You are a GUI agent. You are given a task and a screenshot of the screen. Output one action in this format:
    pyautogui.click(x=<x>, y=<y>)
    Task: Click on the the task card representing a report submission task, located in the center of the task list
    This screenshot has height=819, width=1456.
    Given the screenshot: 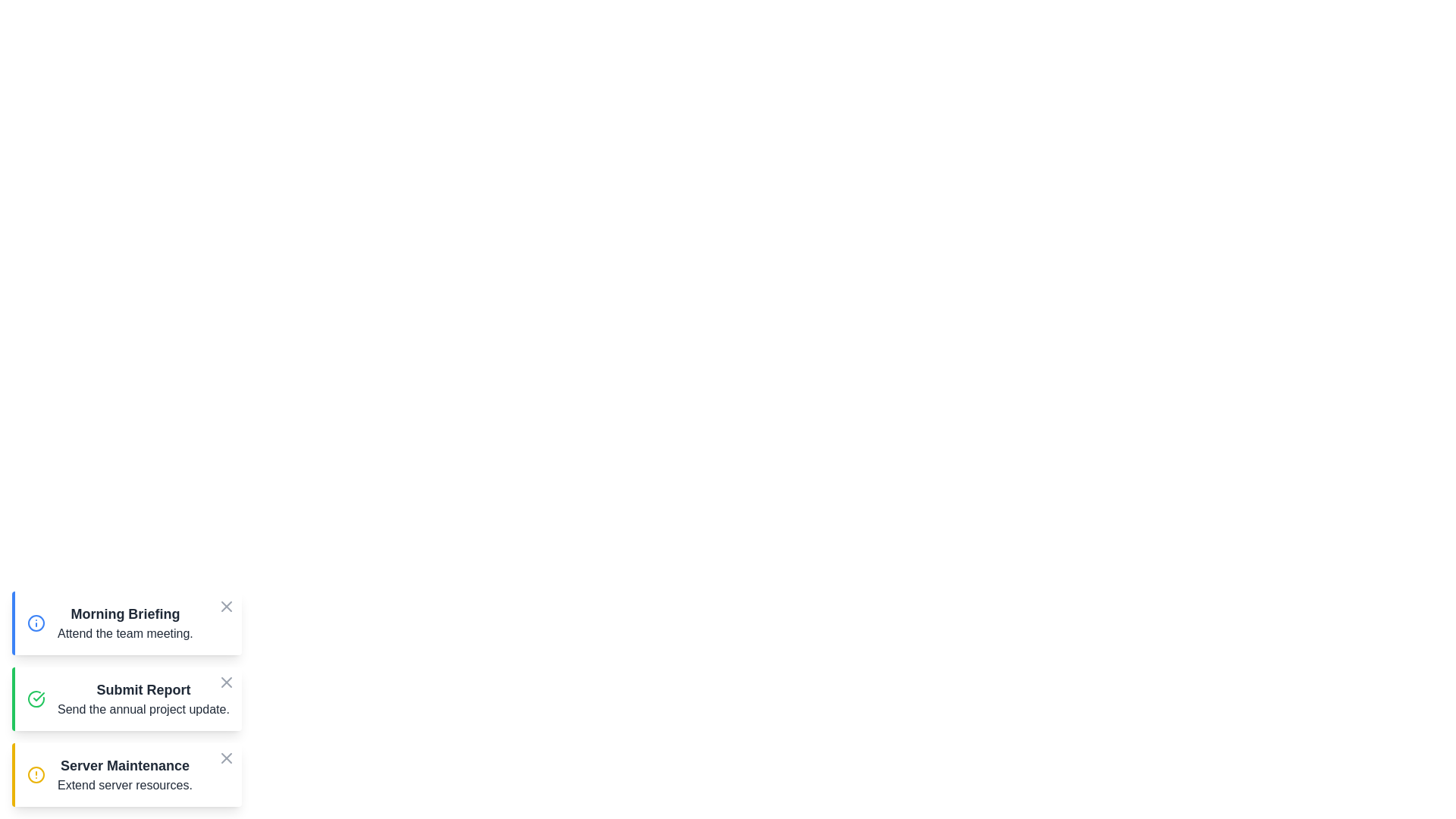 What is the action you would take?
    pyautogui.click(x=143, y=698)
    